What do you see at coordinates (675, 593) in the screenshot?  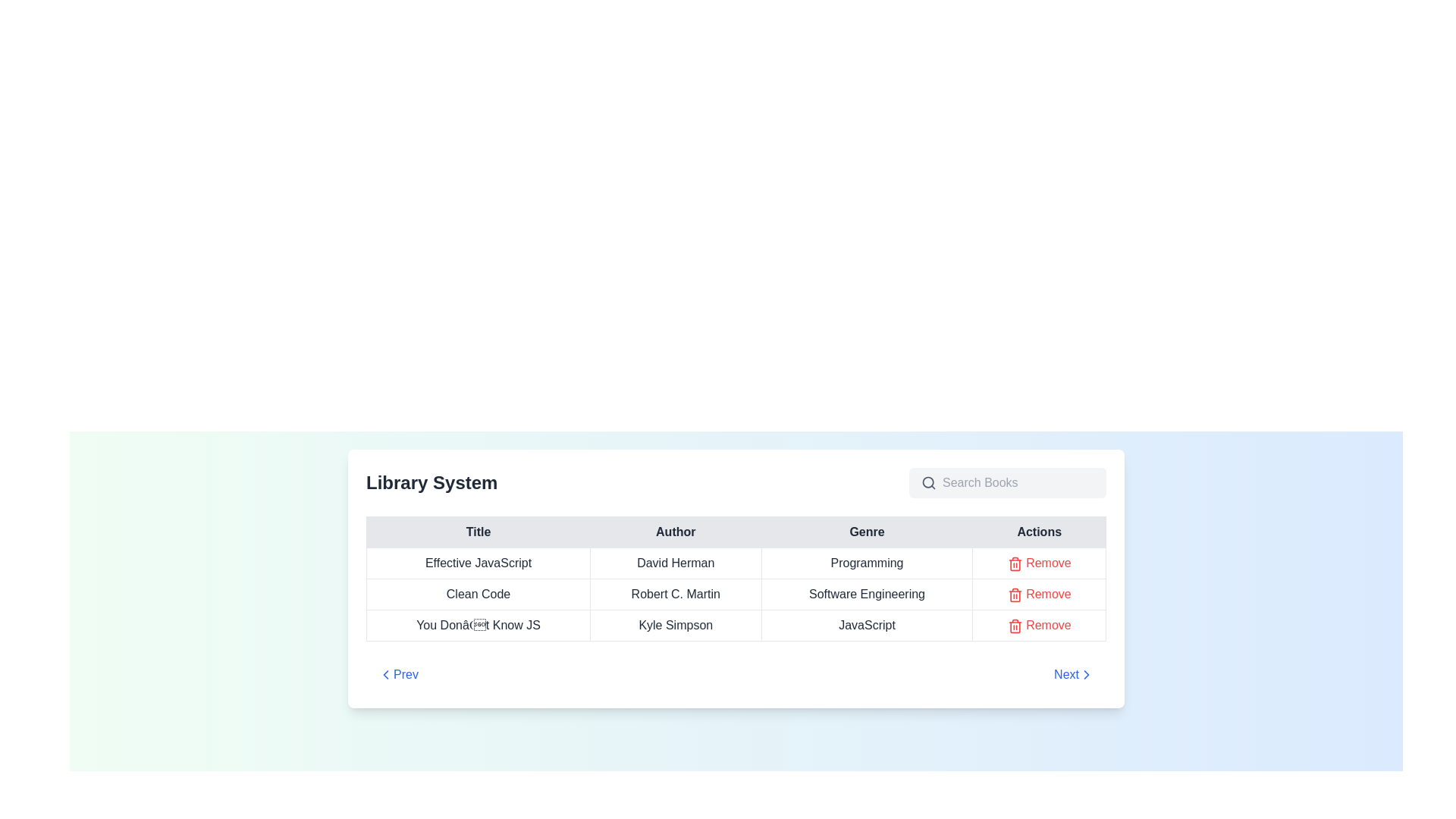 I see `the text label displaying 'Robert C. Martin' in the 'Author' column of the data table for the row titled 'Clean Code'` at bounding box center [675, 593].